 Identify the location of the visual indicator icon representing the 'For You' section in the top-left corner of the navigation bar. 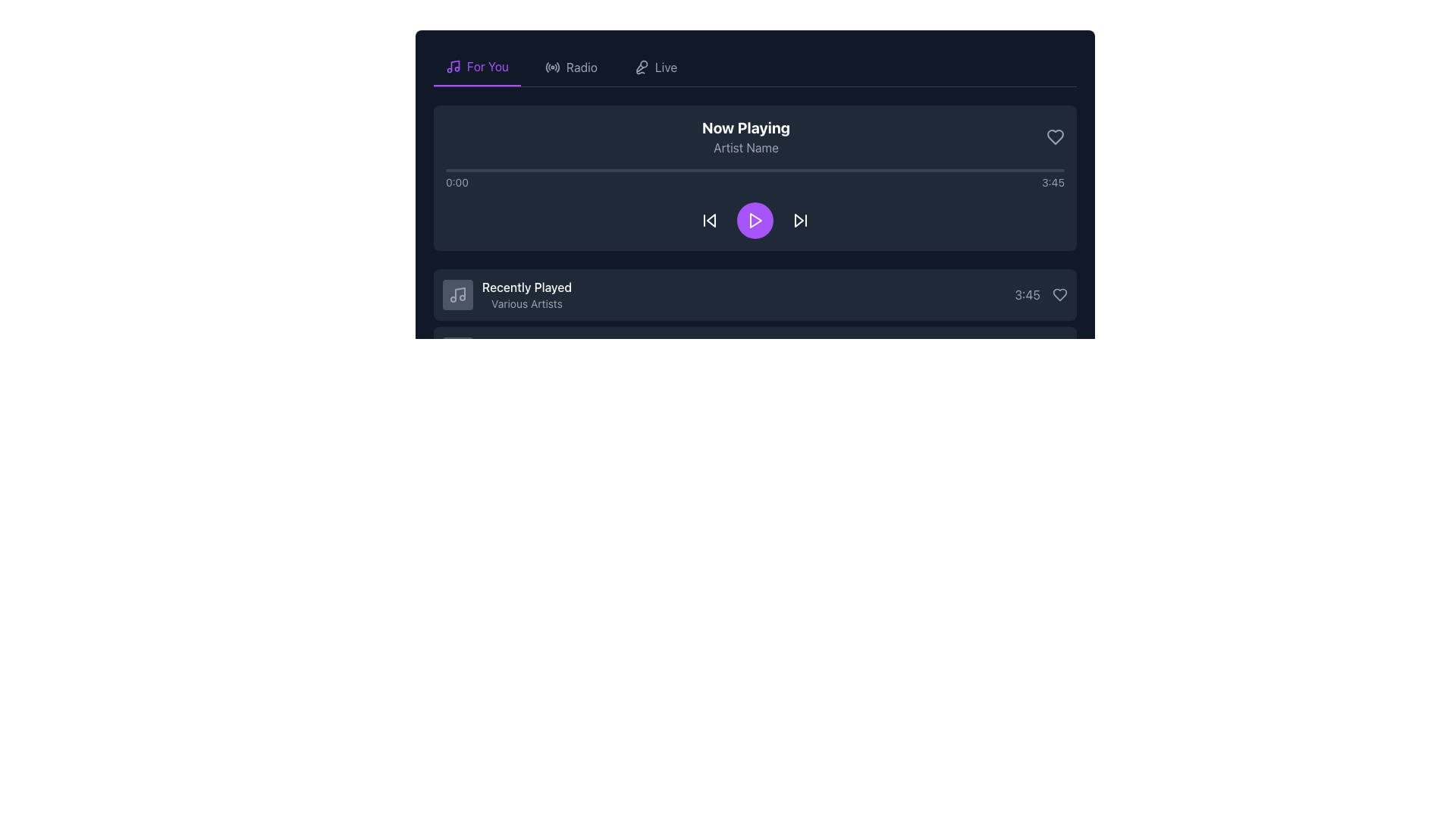
(453, 66).